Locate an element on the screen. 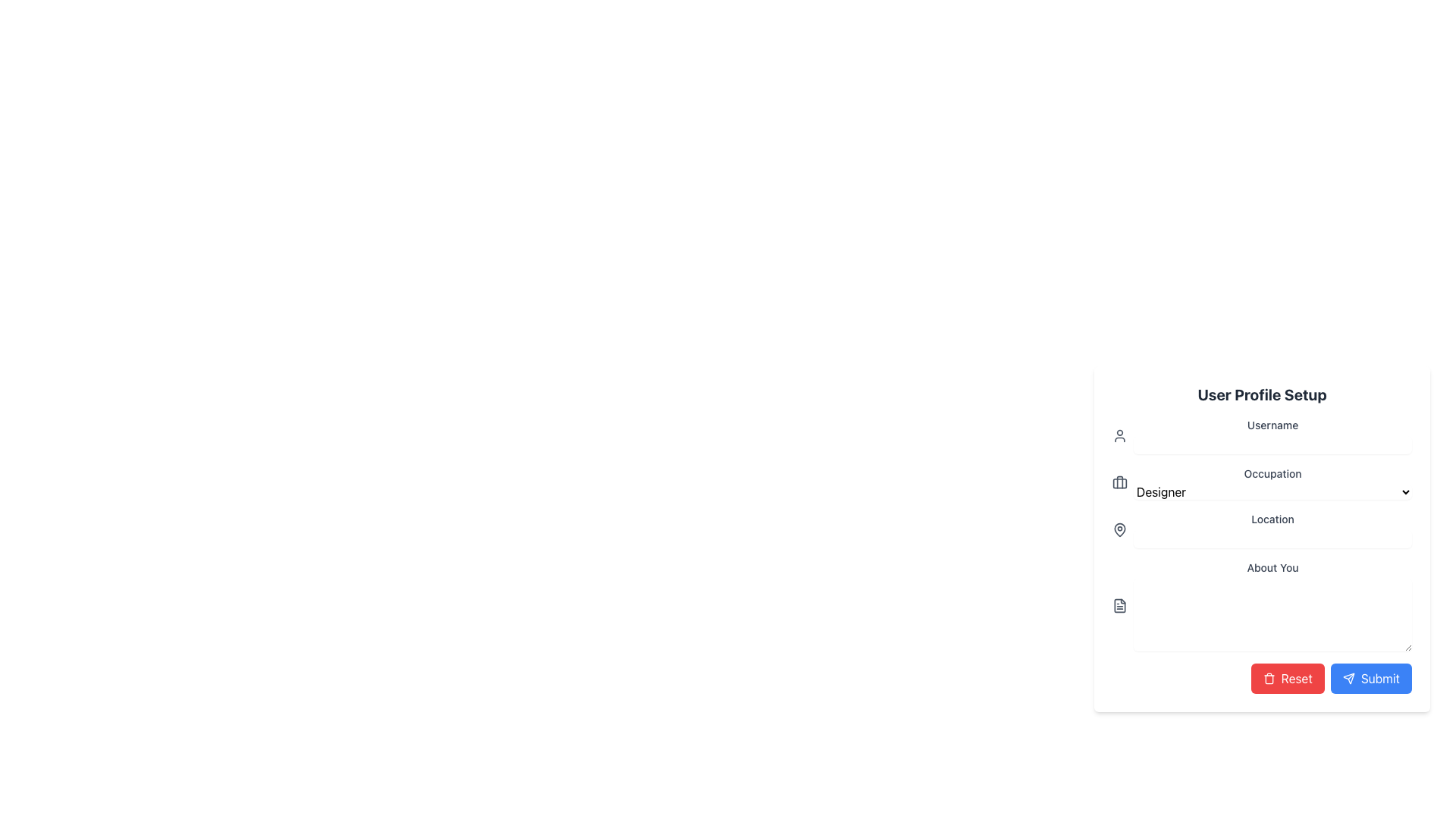  label text 'Username' from the Label with Icon that features a user's silhouette. This element is positioned under the 'User Profile Setup' section, above the 'Occupation' field is located at coordinates (1262, 435).